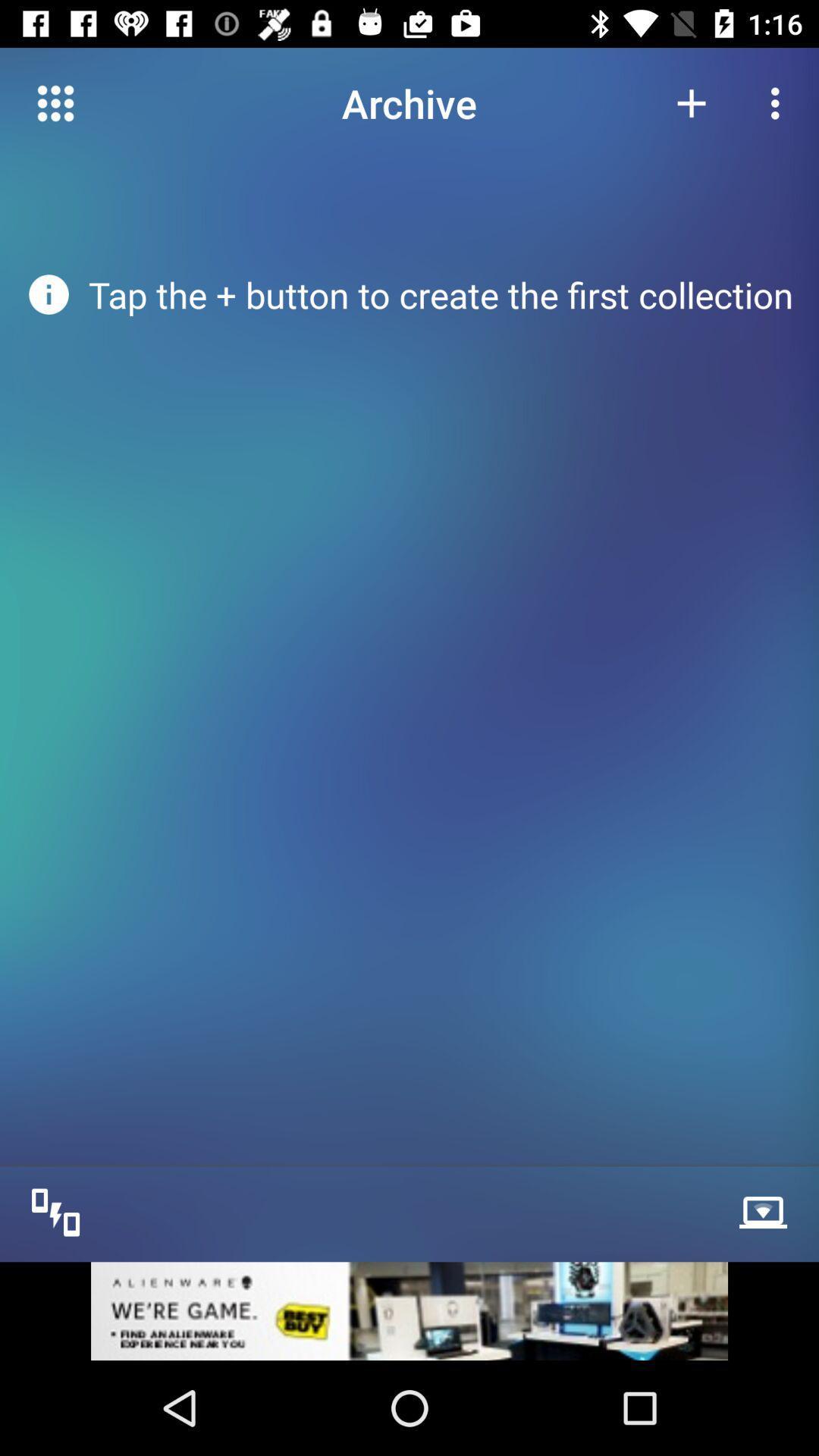 This screenshot has width=819, height=1456. I want to click on see more option, so click(767, 1210).